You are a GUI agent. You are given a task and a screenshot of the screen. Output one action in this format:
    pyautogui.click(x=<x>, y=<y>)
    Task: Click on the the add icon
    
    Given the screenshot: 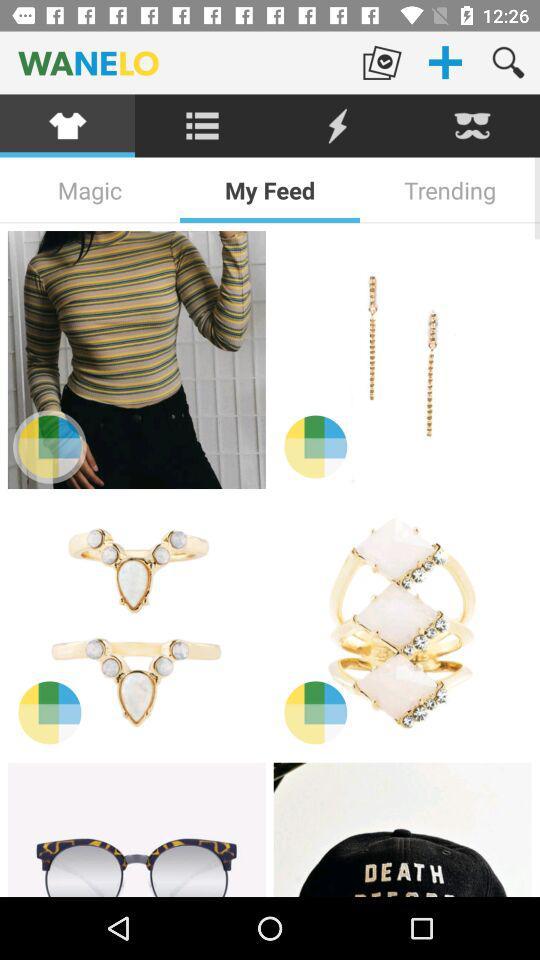 What is the action you would take?
    pyautogui.click(x=445, y=62)
    